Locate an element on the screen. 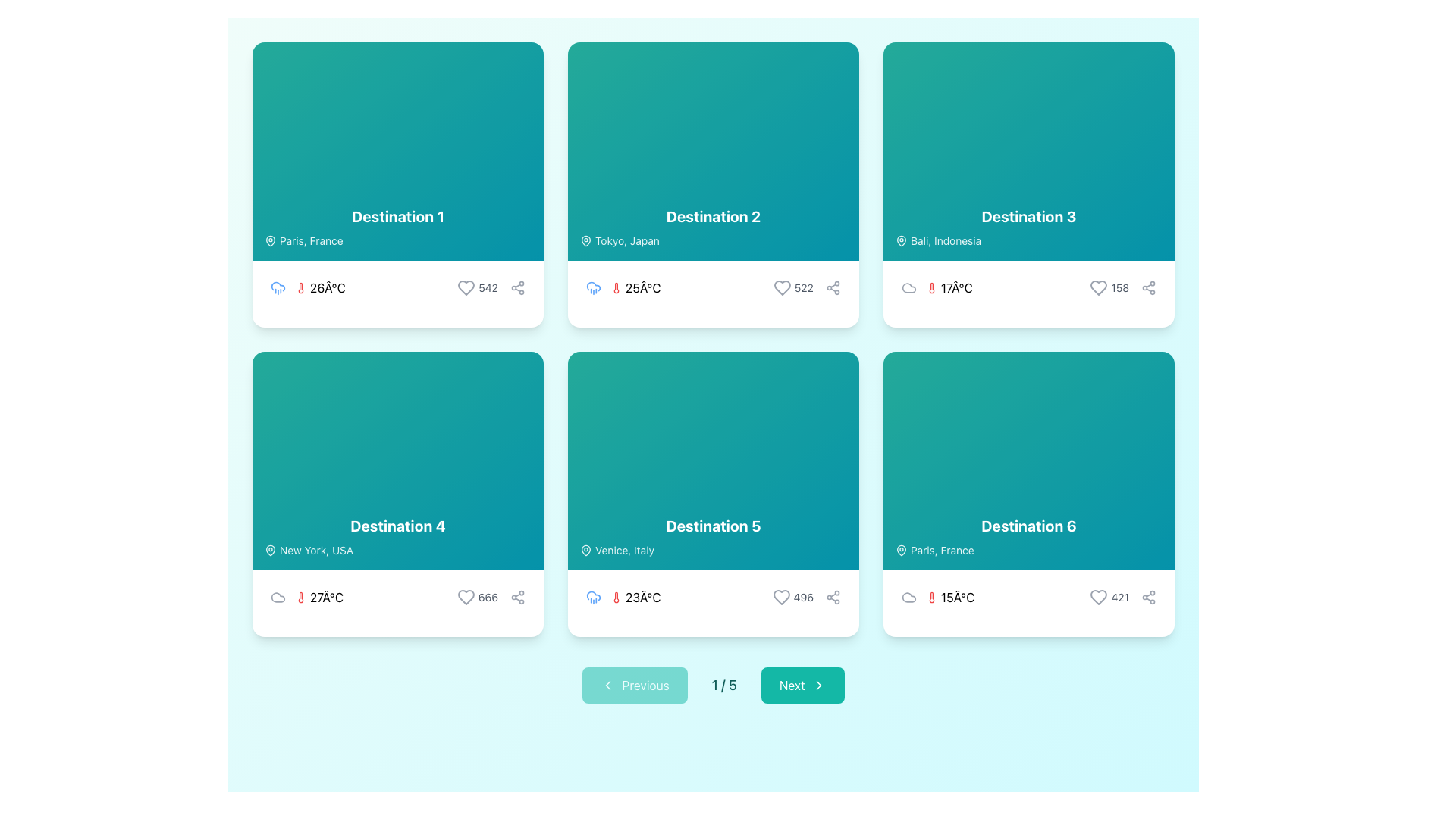 The width and height of the screenshot is (1456, 819). the Weather Display Widget located in the top-left weather panel under the label 'Destination 1', which visually communicates the current temperature and weather condition is located at coordinates (307, 288).